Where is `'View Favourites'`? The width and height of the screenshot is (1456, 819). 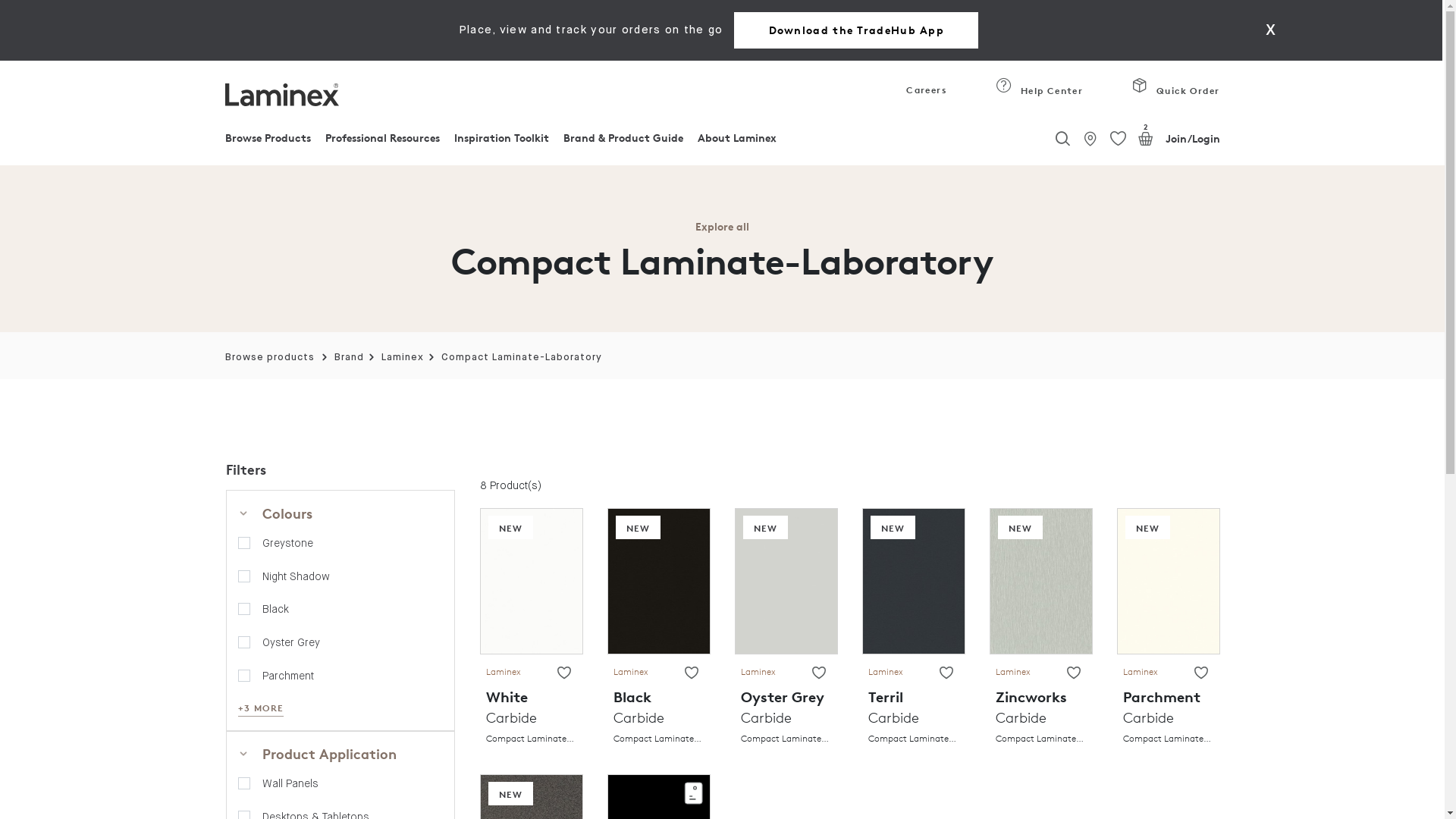
'View Favourites' is located at coordinates (1110, 139).